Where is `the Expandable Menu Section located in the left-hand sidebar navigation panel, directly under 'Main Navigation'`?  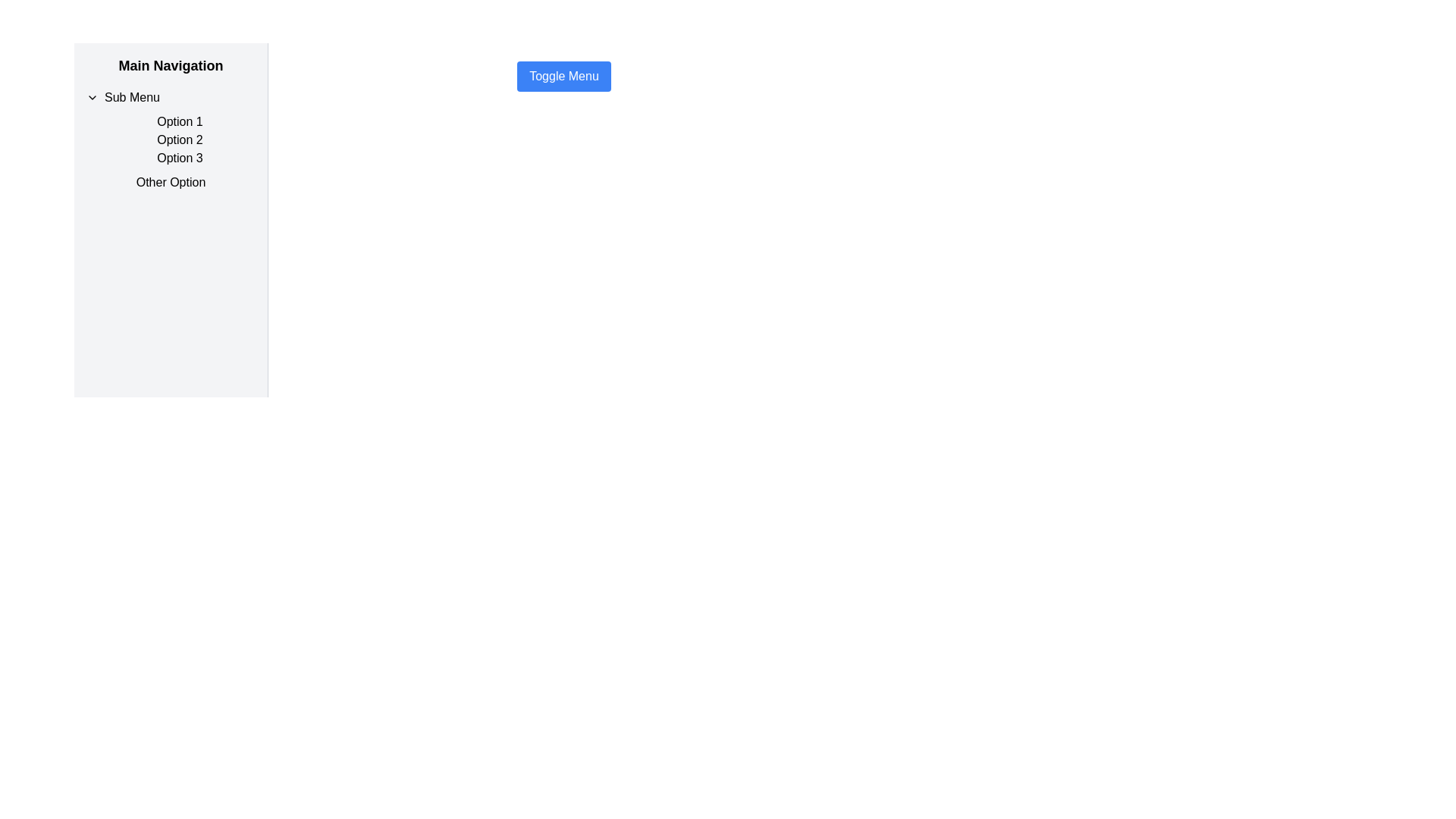 the Expandable Menu Section located in the left-hand sidebar navigation panel, directly under 'Main Navigation' is located at coordinates (171, 127).